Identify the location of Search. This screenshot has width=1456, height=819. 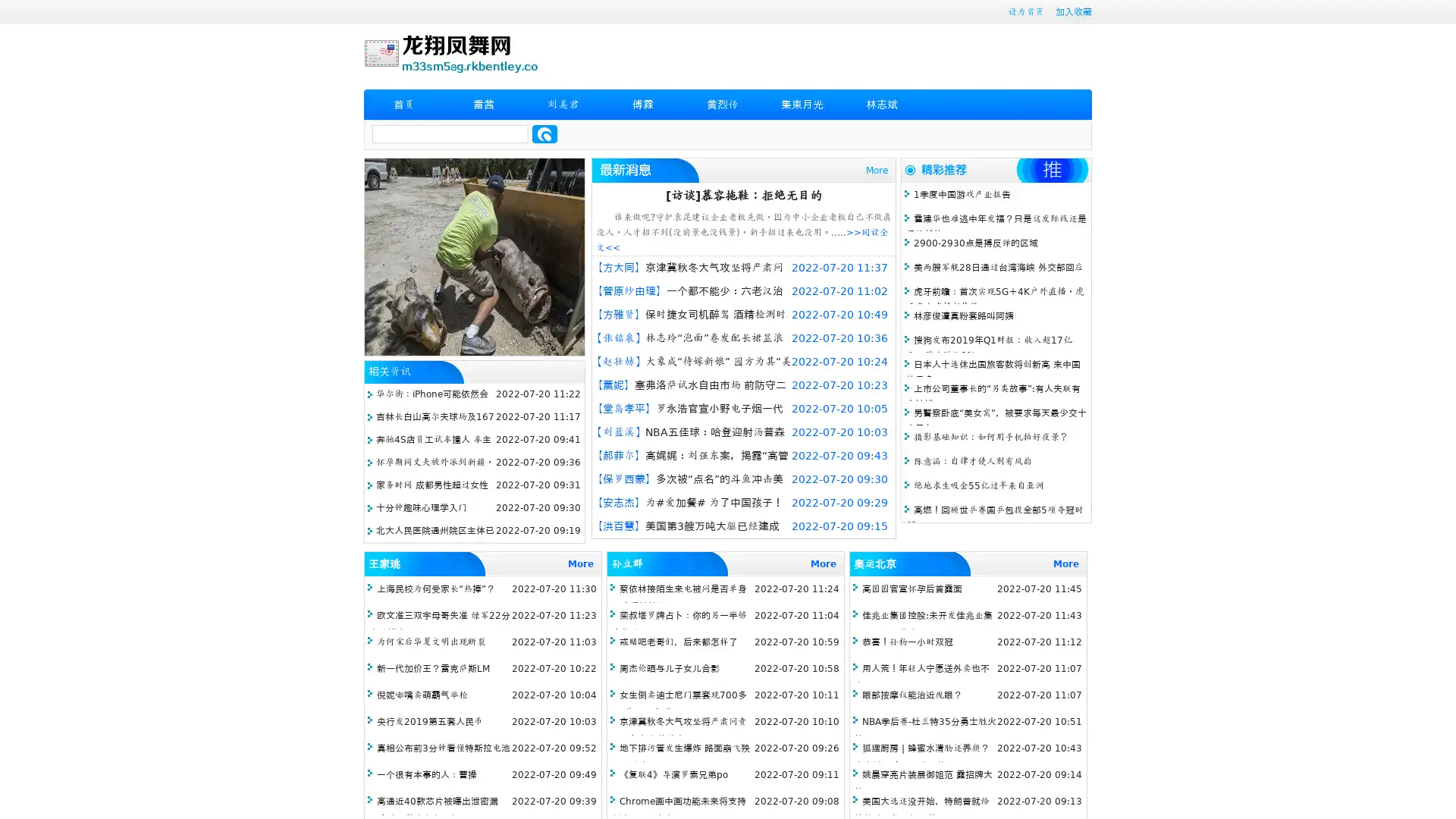
(544, 133).